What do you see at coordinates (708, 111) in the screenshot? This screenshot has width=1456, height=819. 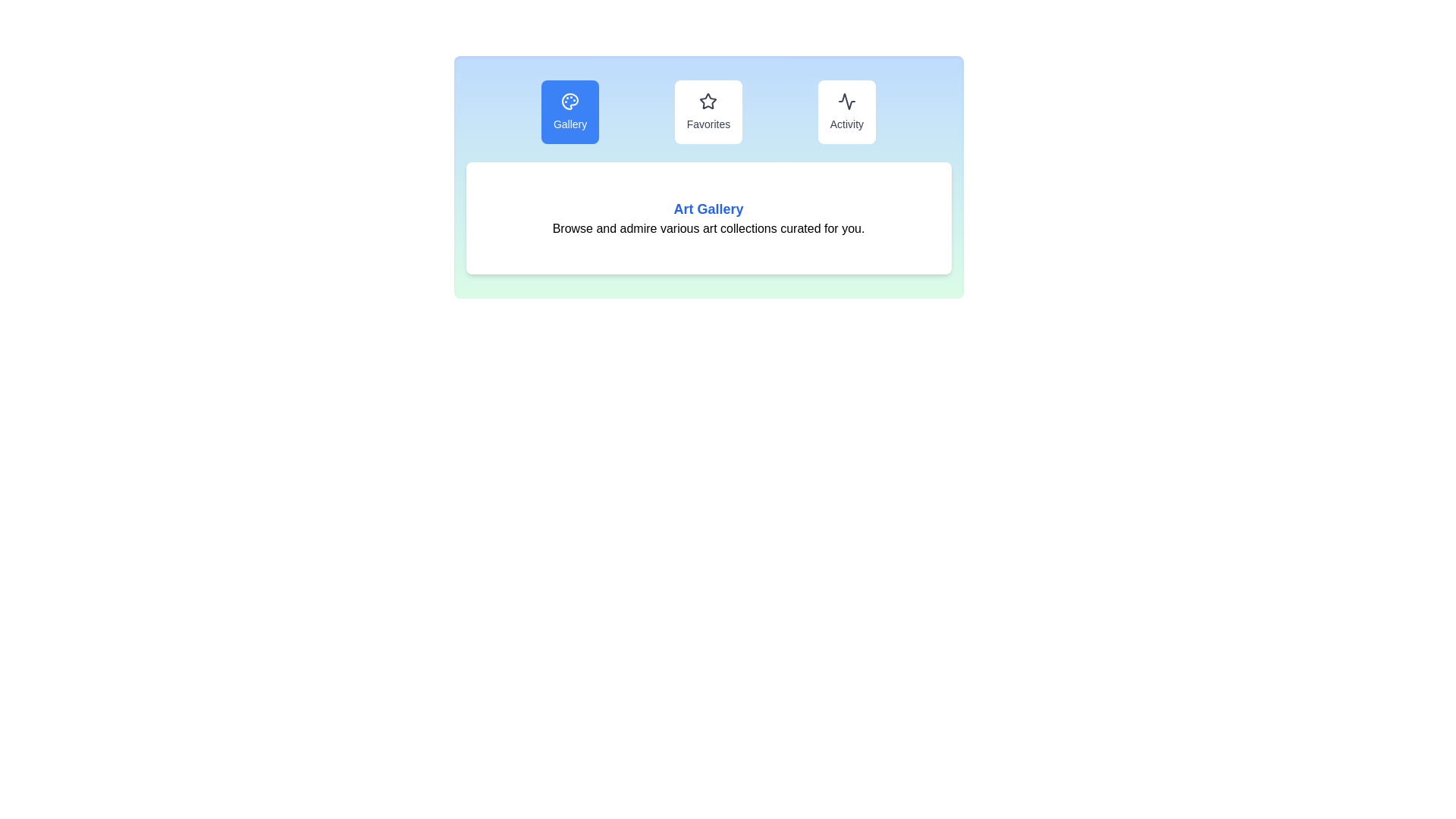 I see `the interactive button labeled Favorites` at bounding box center [708, 111].